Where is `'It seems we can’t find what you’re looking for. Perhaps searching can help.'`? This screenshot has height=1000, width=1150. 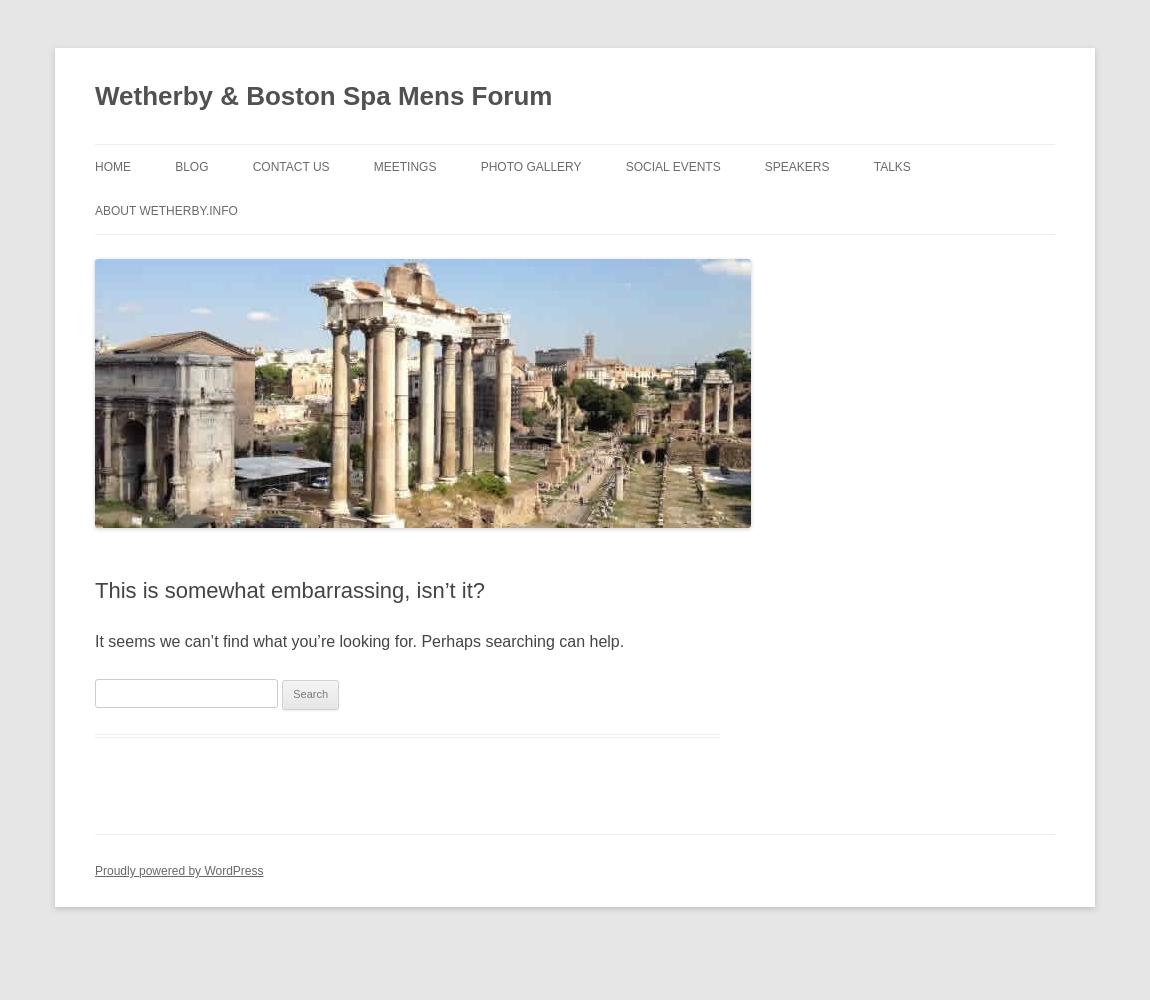
'It seems we can’t find what you’re looking for. Perhaps searching can help.' is located at coordinates (93, 640).